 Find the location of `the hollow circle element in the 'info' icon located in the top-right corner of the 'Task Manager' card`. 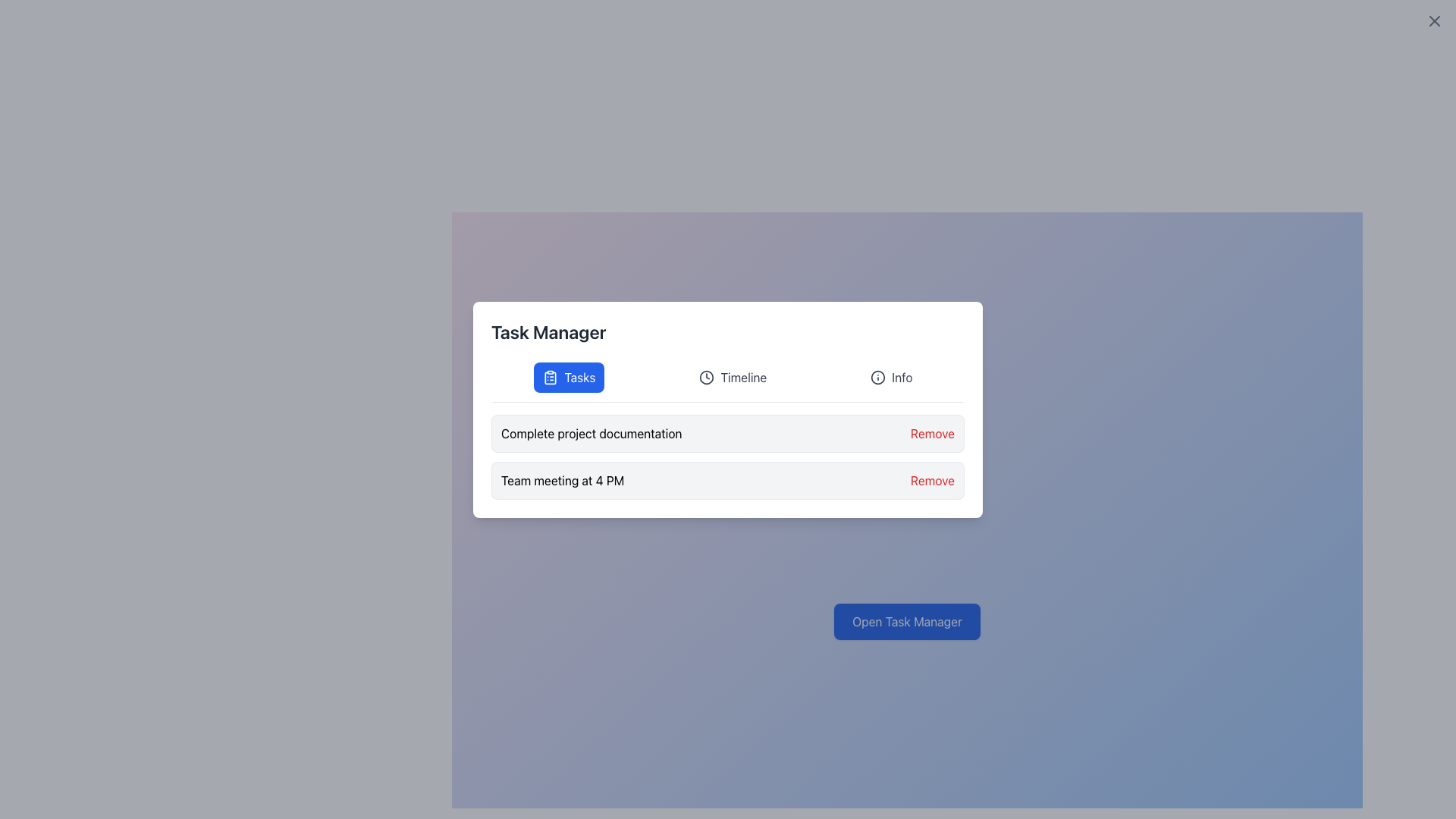

the hollow circle element in the 'info' icon located in the top-right corner of the 'Task Manager' card is located at coordinates (878, 376).